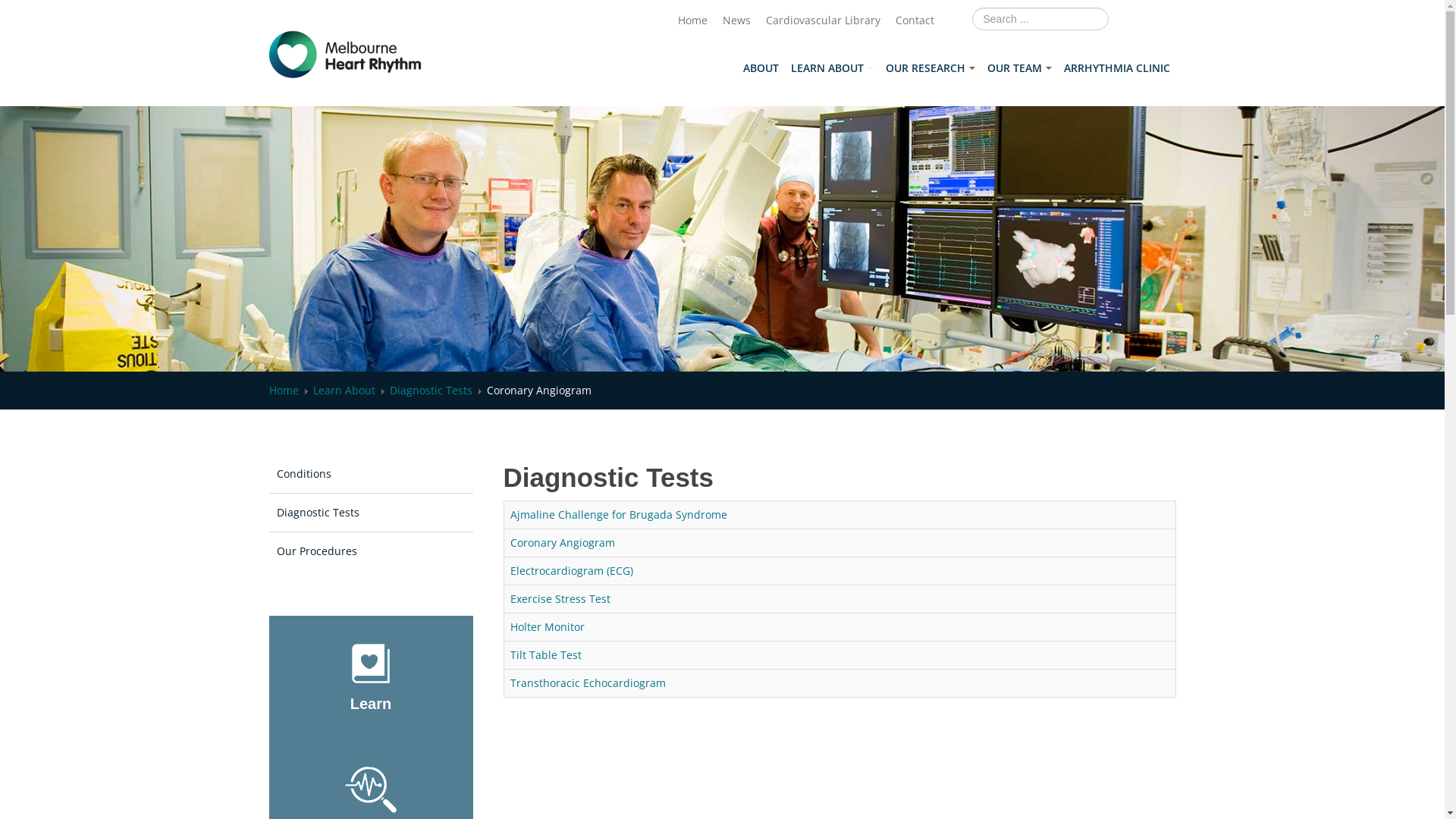 Image resolution: width=1456 pixels, height=819 pixels. Describe the element at coordinates (783, 67) in the screenshot. I see `'LEARN ABOUT'` at that location.